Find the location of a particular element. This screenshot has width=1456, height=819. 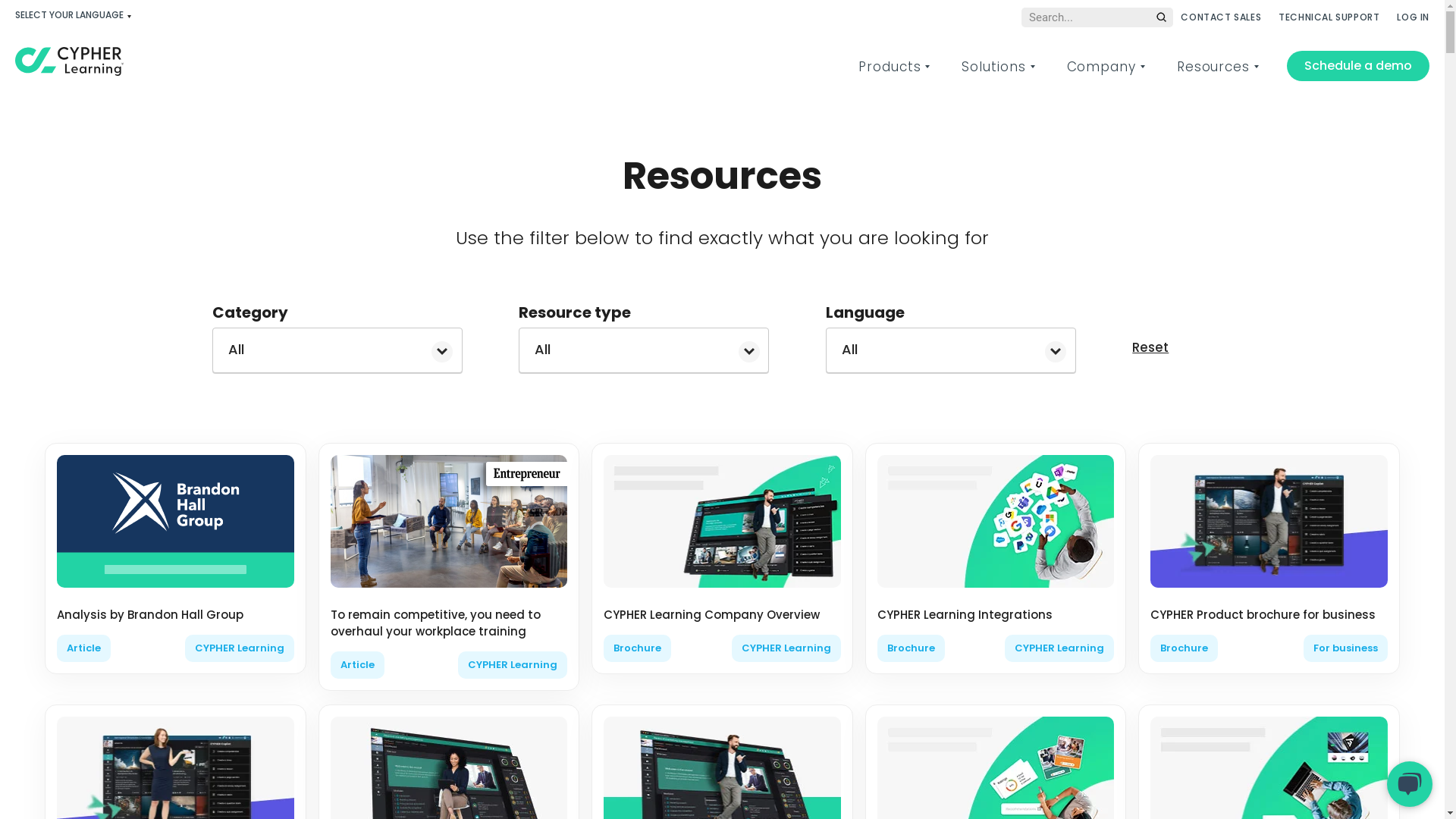

'Show submenu for Solutions' is located at coordinates (1031, 66).